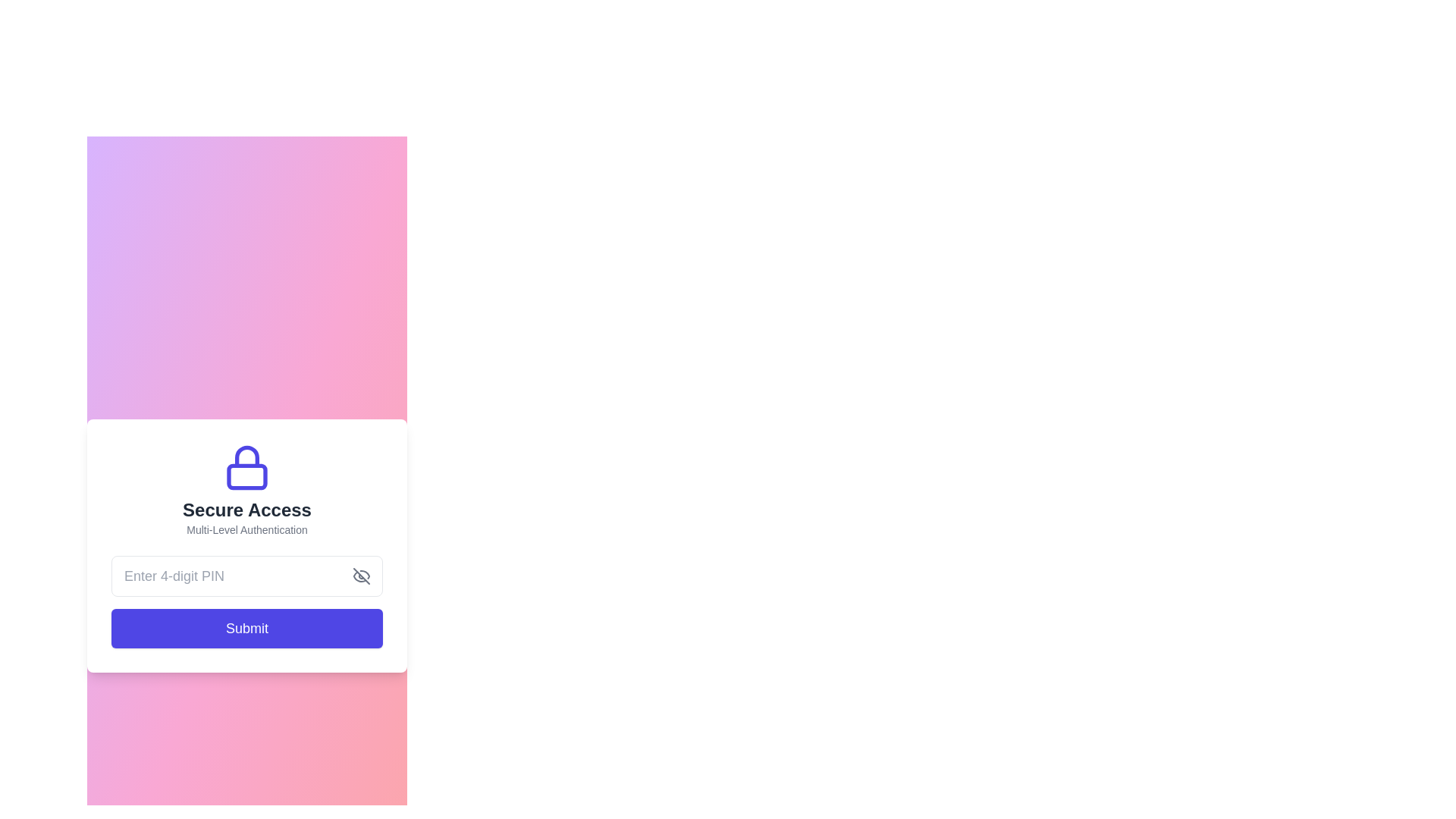 Image resolution: width=1456 pixels, height=819 pixels. What do you see at coordinates (360, 576) in the screenshot?
I see `the eye-off icon button located on the right side of the 'Enter 4-digit PIN' text input field` at bounding box center [360, 576].